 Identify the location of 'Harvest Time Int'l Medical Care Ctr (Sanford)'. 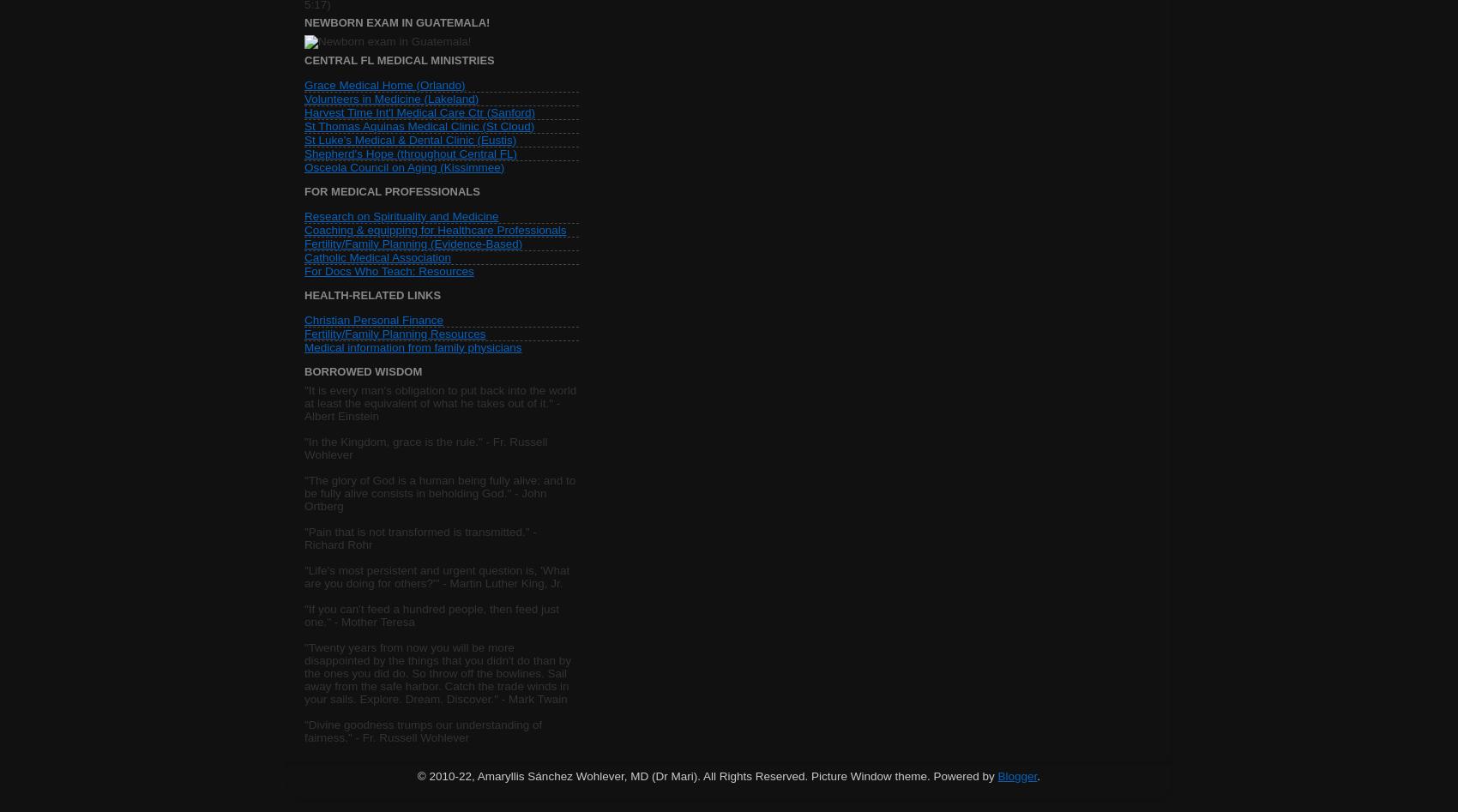
(419, 111).